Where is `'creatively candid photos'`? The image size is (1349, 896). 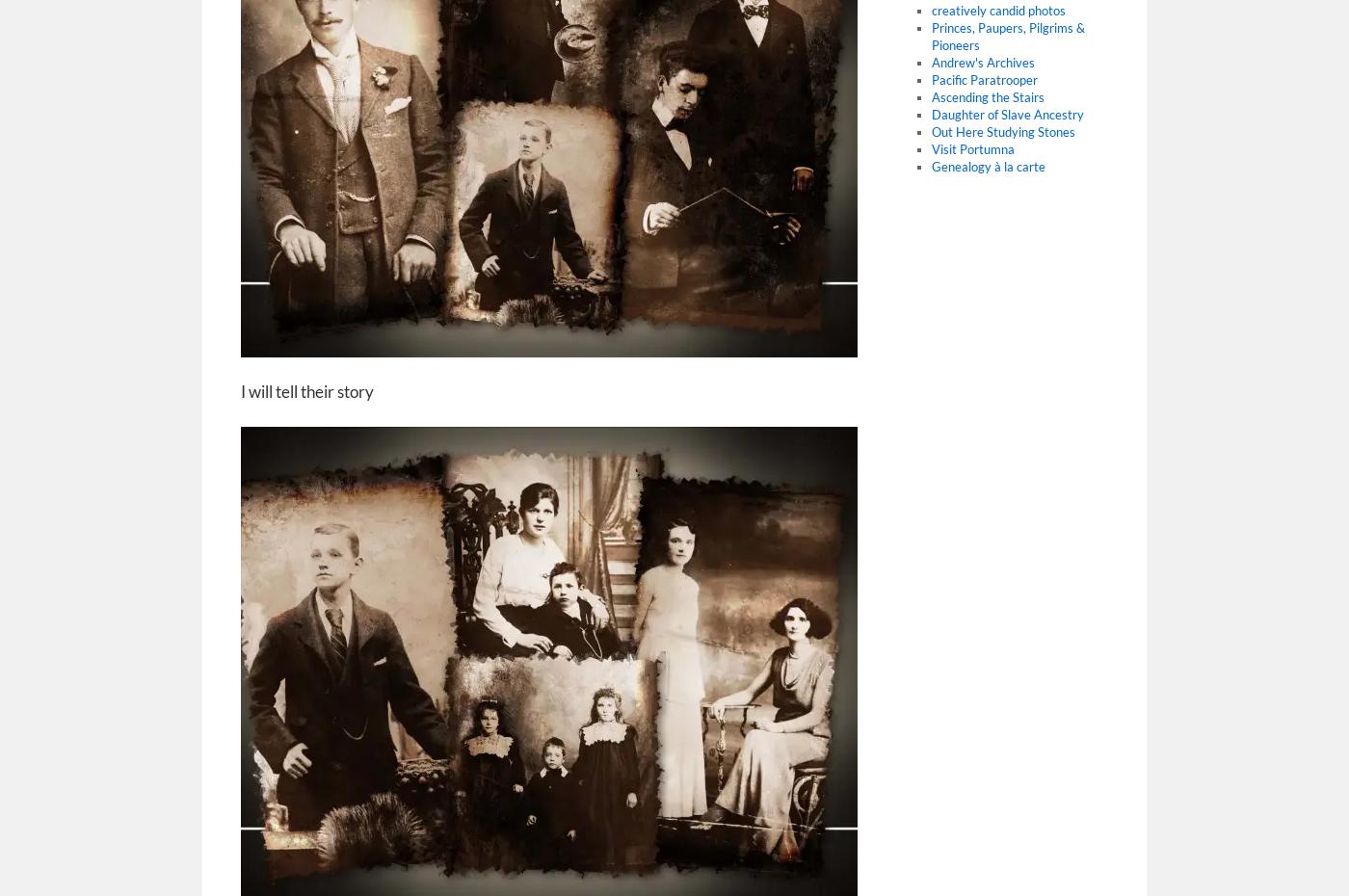
'creatively candid photos' is located at coordinates (997, 9).